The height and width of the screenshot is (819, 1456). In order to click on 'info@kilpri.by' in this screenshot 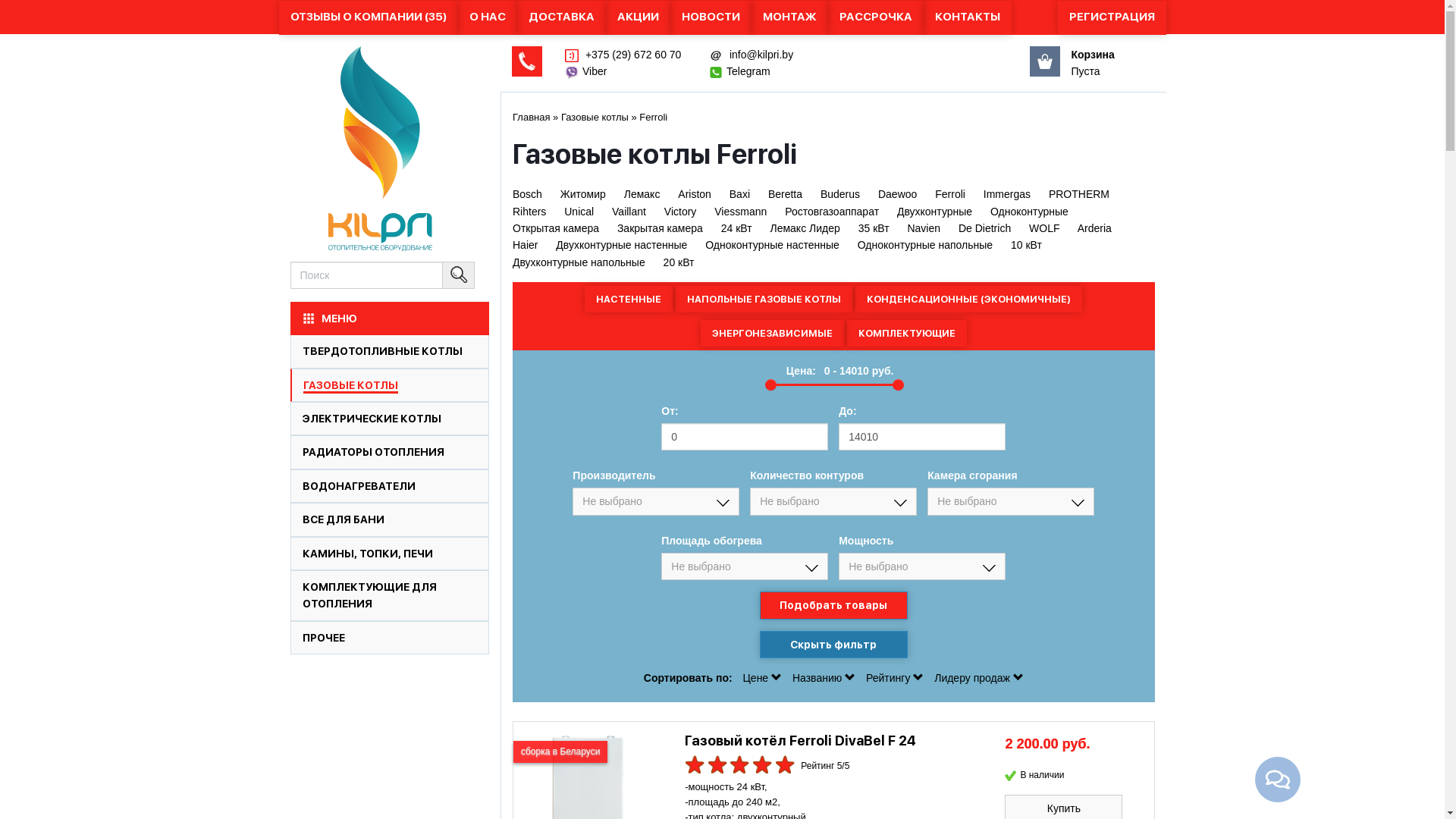, I will do `click(760, 54)`.